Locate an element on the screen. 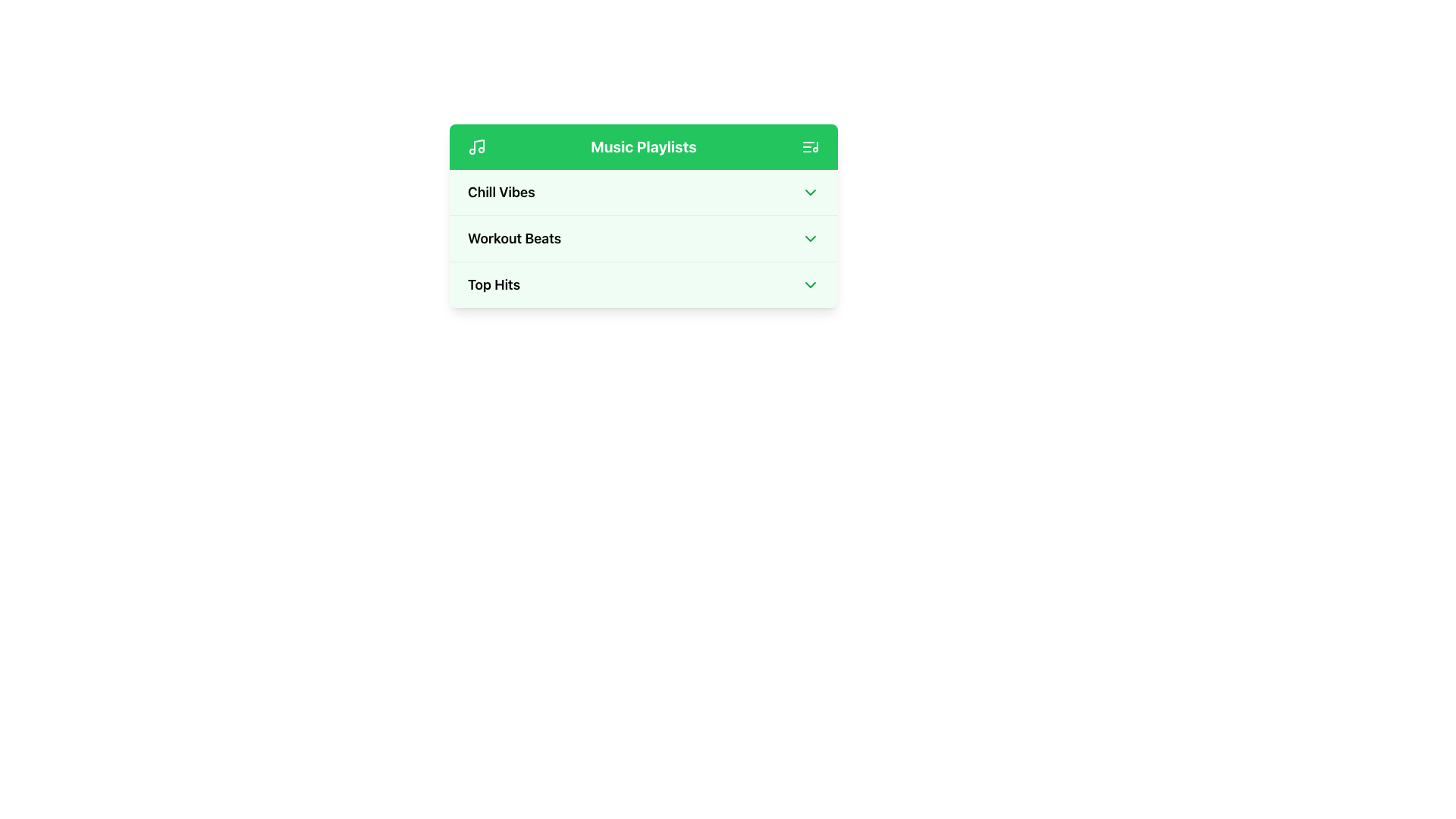 This screenshot has width=1456, height=819. the arrow is located at coordinates (644, 239).